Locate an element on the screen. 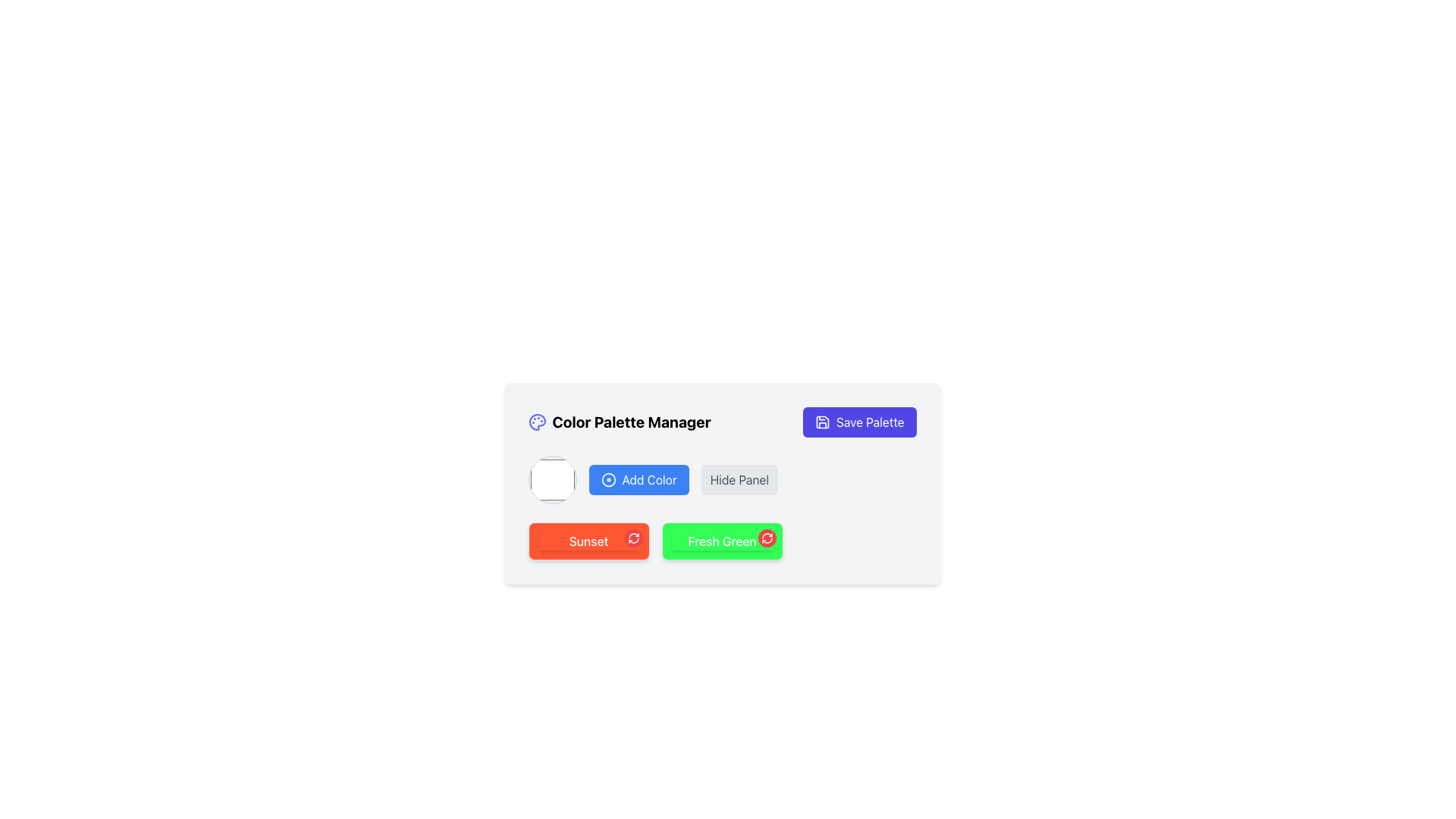 Image resolution: width=1456 pixels, height=819 pixels. the header text element that indicates the purpose or context of the interface section, located to the left of the 'Save Palette' button is located at coordinates (619, 422).